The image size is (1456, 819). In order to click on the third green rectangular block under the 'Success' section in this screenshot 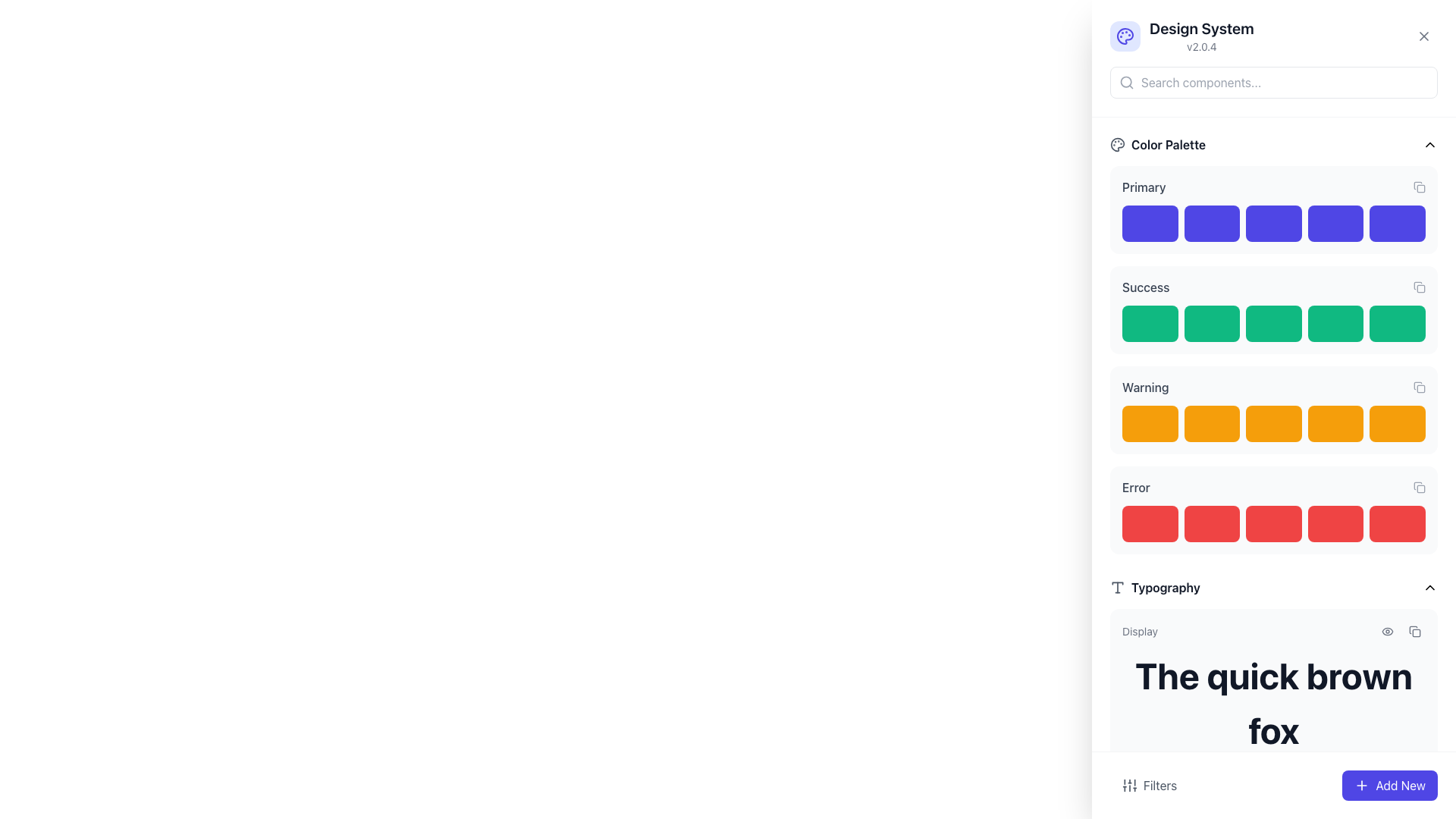, I will do `click(1274, 309)`.